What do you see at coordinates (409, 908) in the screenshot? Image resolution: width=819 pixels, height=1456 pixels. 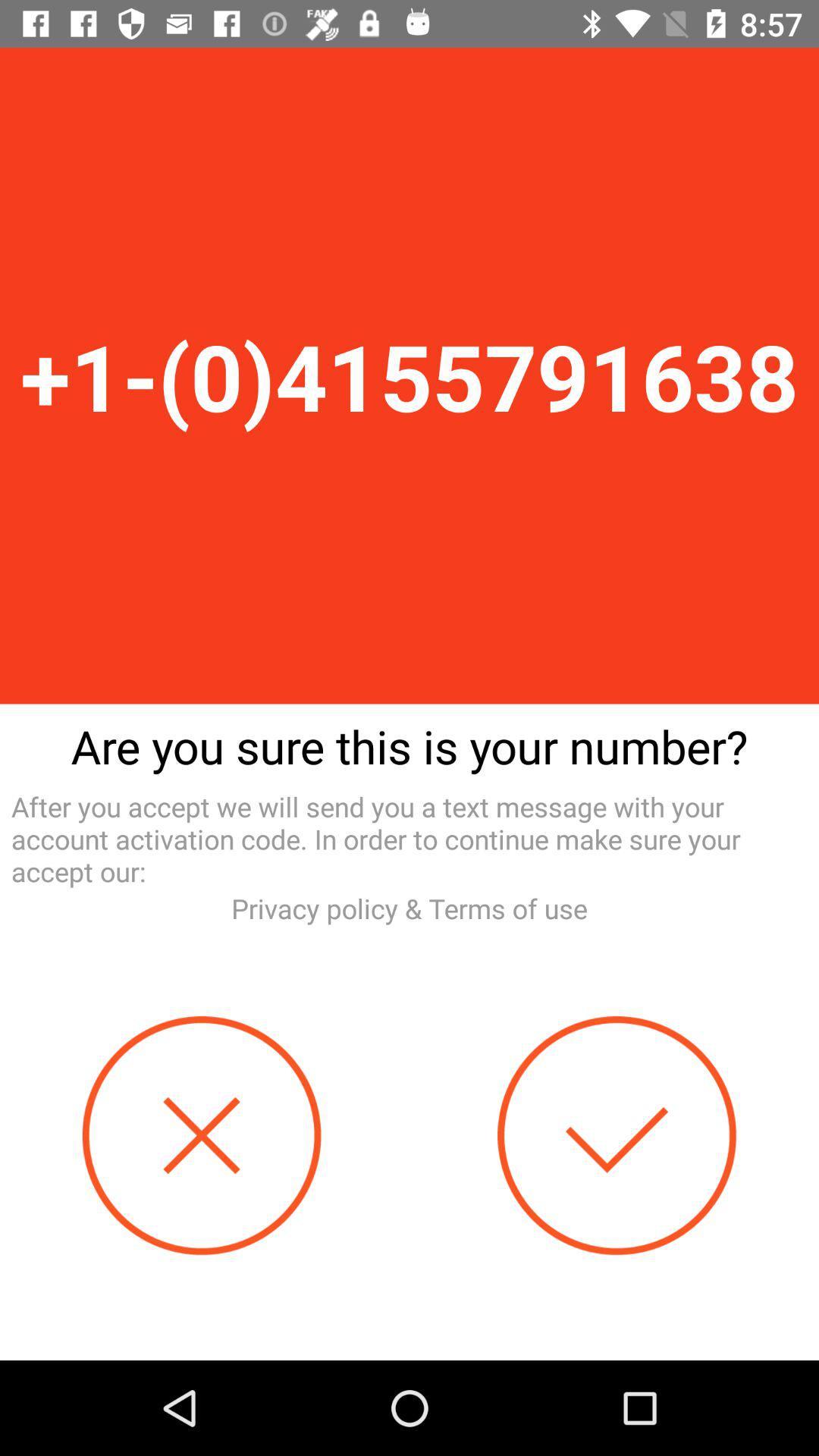 I see `icon below after you accept` at bounding box center [409, 908].